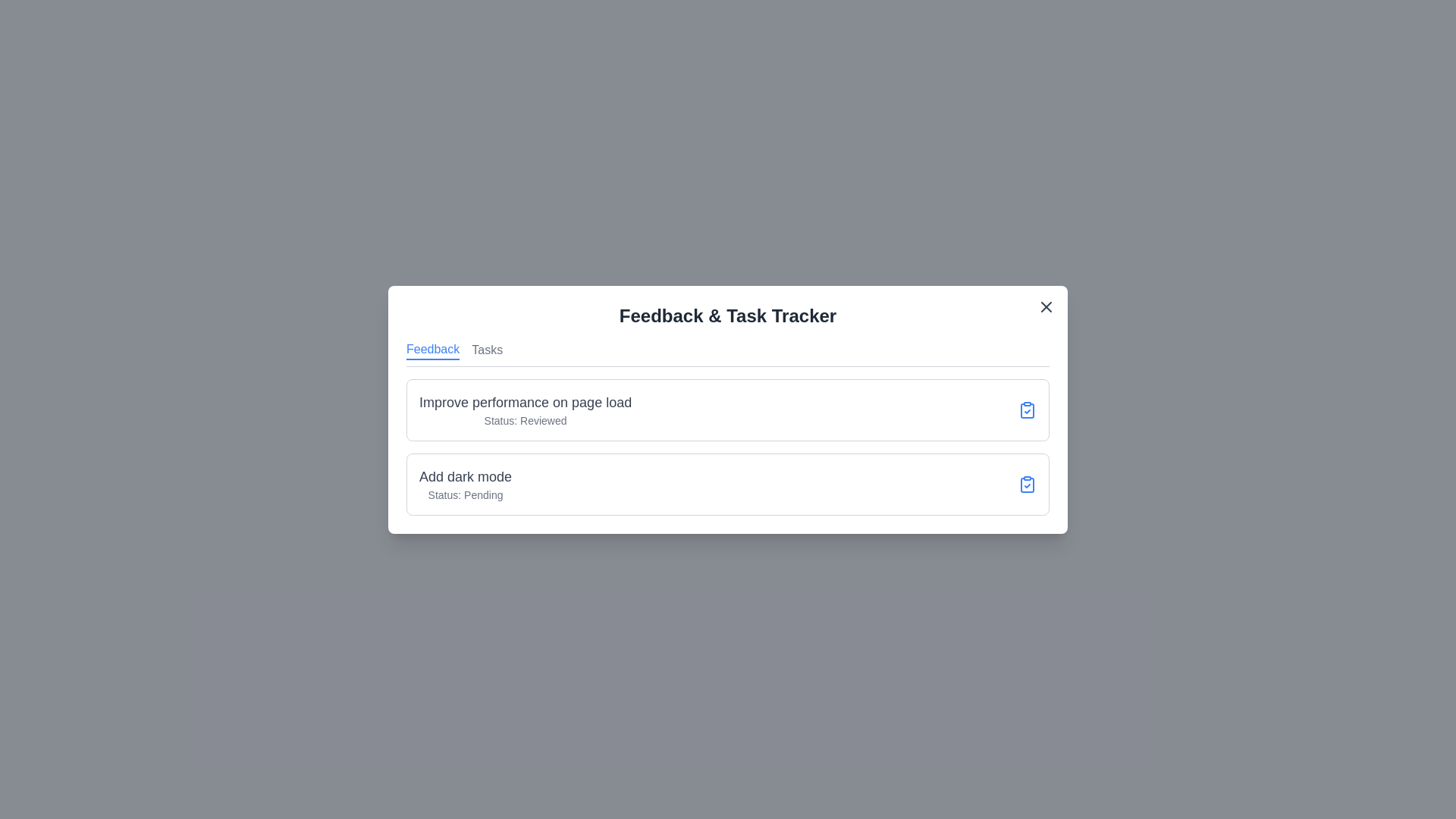 The image size is (1456, 819). What do you see at coordinates (465, 484) in the screenshot?
I see `the 'Add dark mode' text display area, which is located within the second task card of the 'Feedback & Task Tracker' interface` at bounding box center [465, 484].